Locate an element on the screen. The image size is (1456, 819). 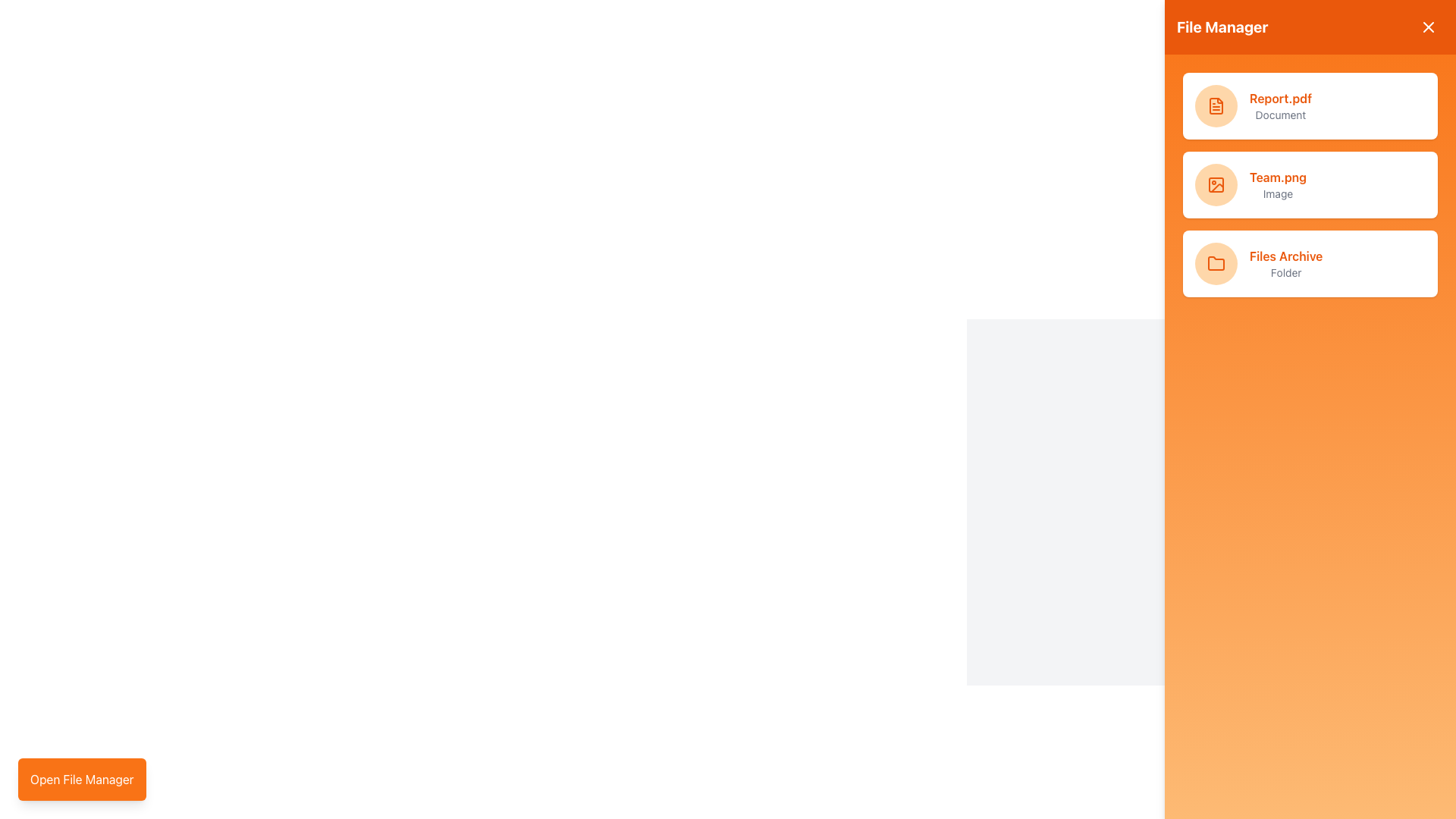
the text label component displaying 'Report.pdf' and 'Document' in the 'File Manager' interface is located at coordinates (1280, 105).